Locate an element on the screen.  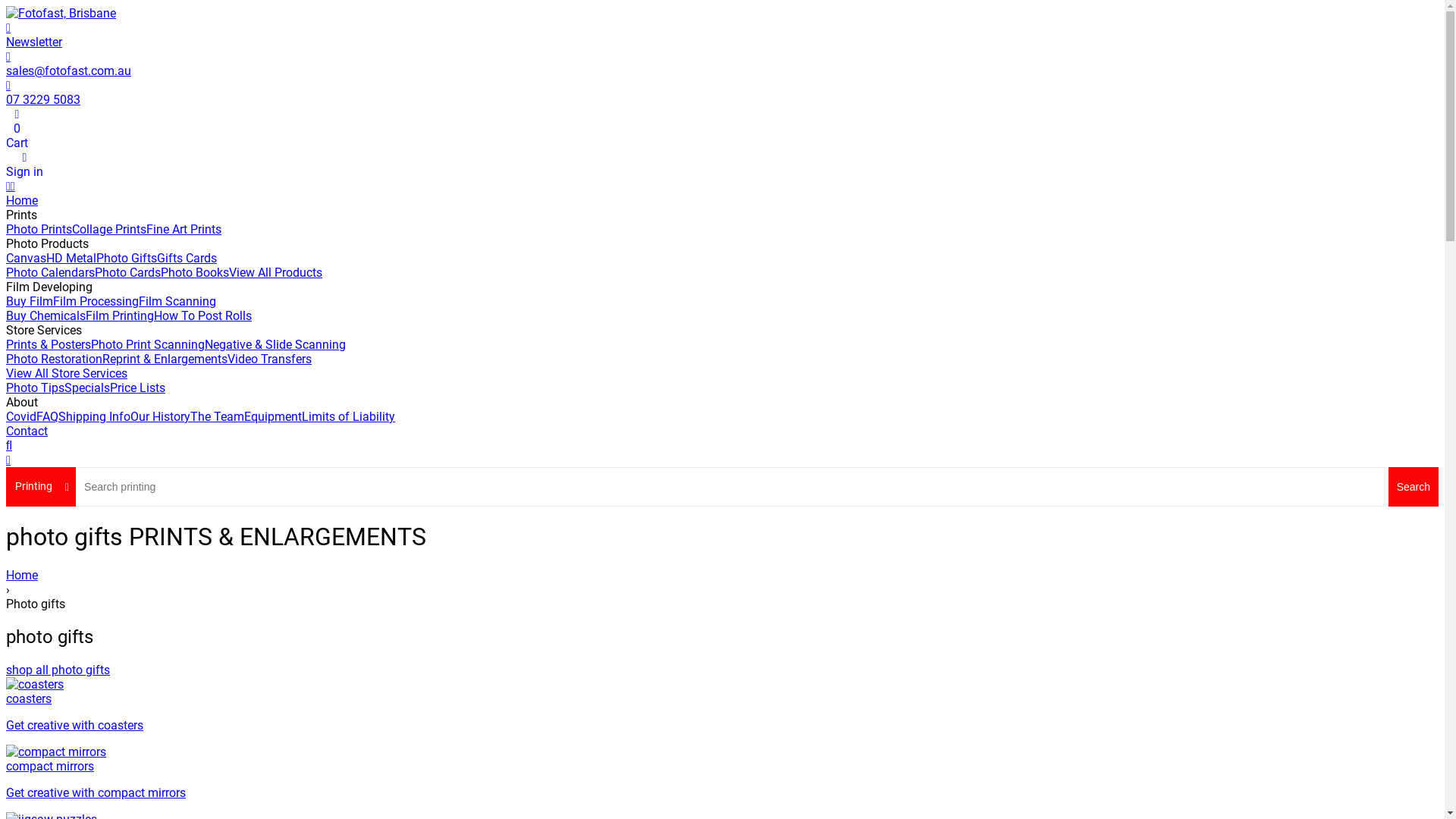
'View All Store Services' is located at coordinates (65, 373).